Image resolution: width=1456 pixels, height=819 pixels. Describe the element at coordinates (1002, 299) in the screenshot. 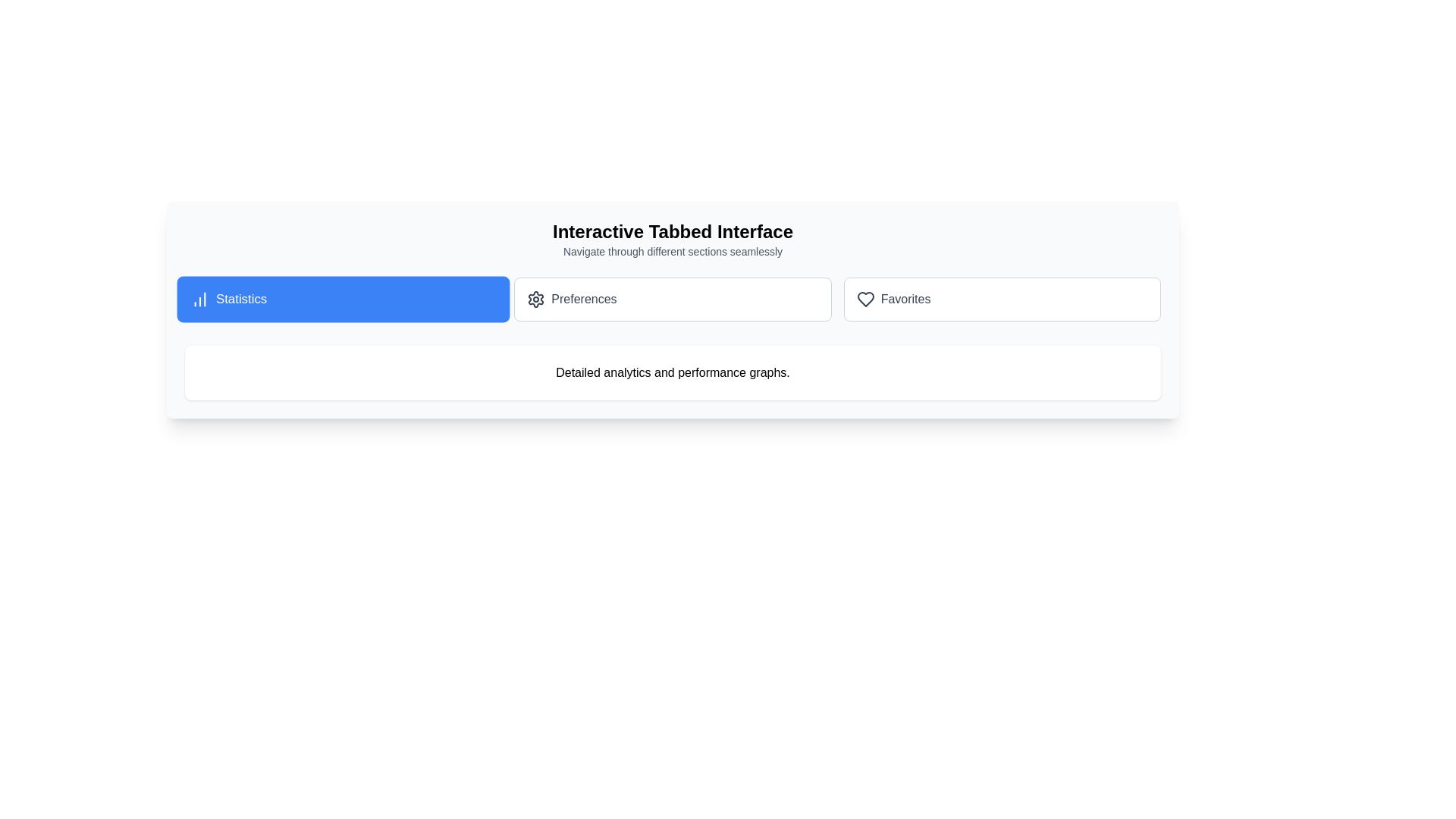

I see `the tab labeled Favorites to navigate to its content` at that location.